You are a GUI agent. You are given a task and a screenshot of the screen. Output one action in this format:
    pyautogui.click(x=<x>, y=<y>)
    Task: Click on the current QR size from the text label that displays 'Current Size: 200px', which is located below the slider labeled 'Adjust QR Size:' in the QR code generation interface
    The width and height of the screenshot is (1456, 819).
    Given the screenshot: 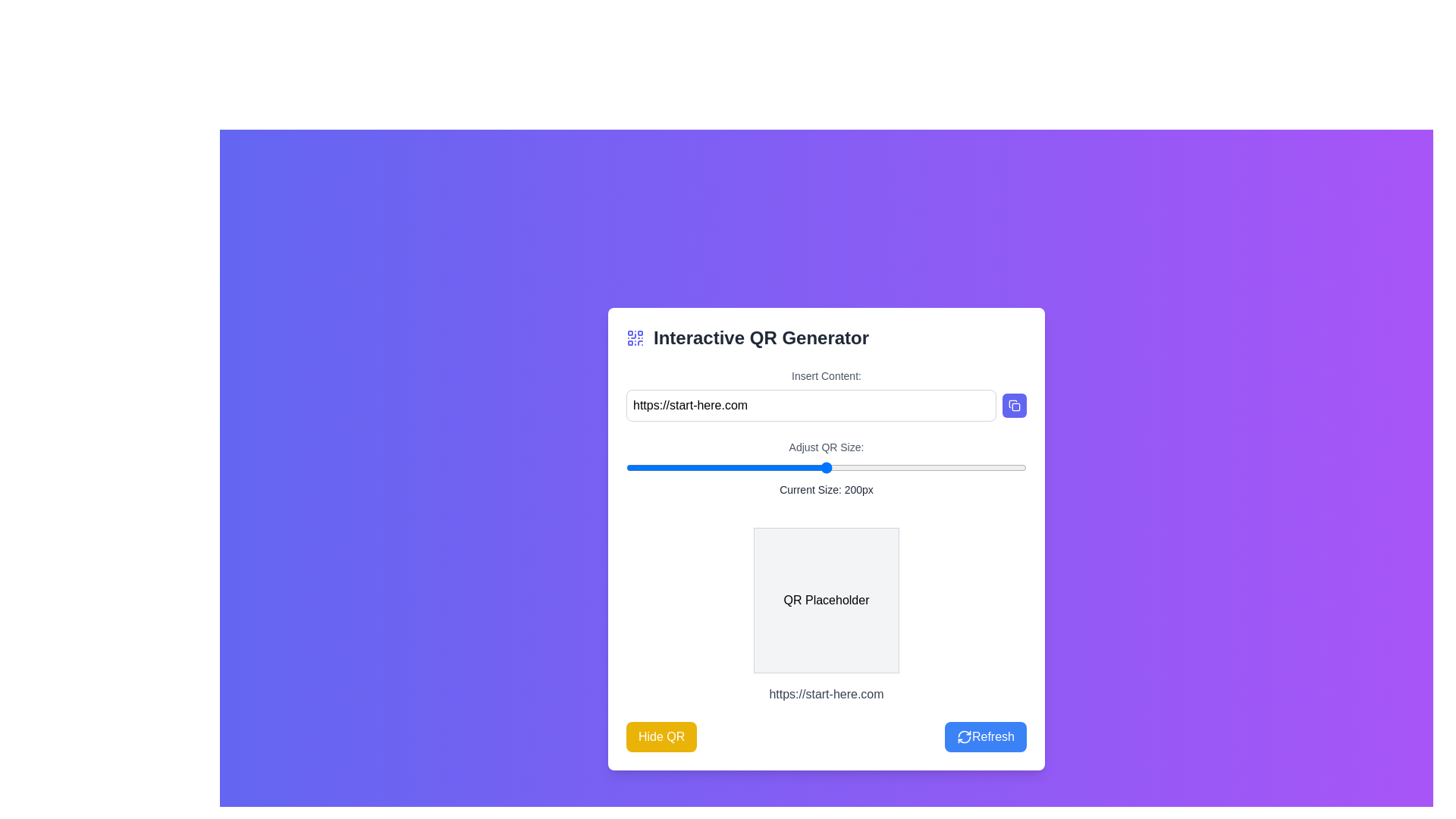 What is the action you would take?
    pyautogui.click(x=825, y=489)
    